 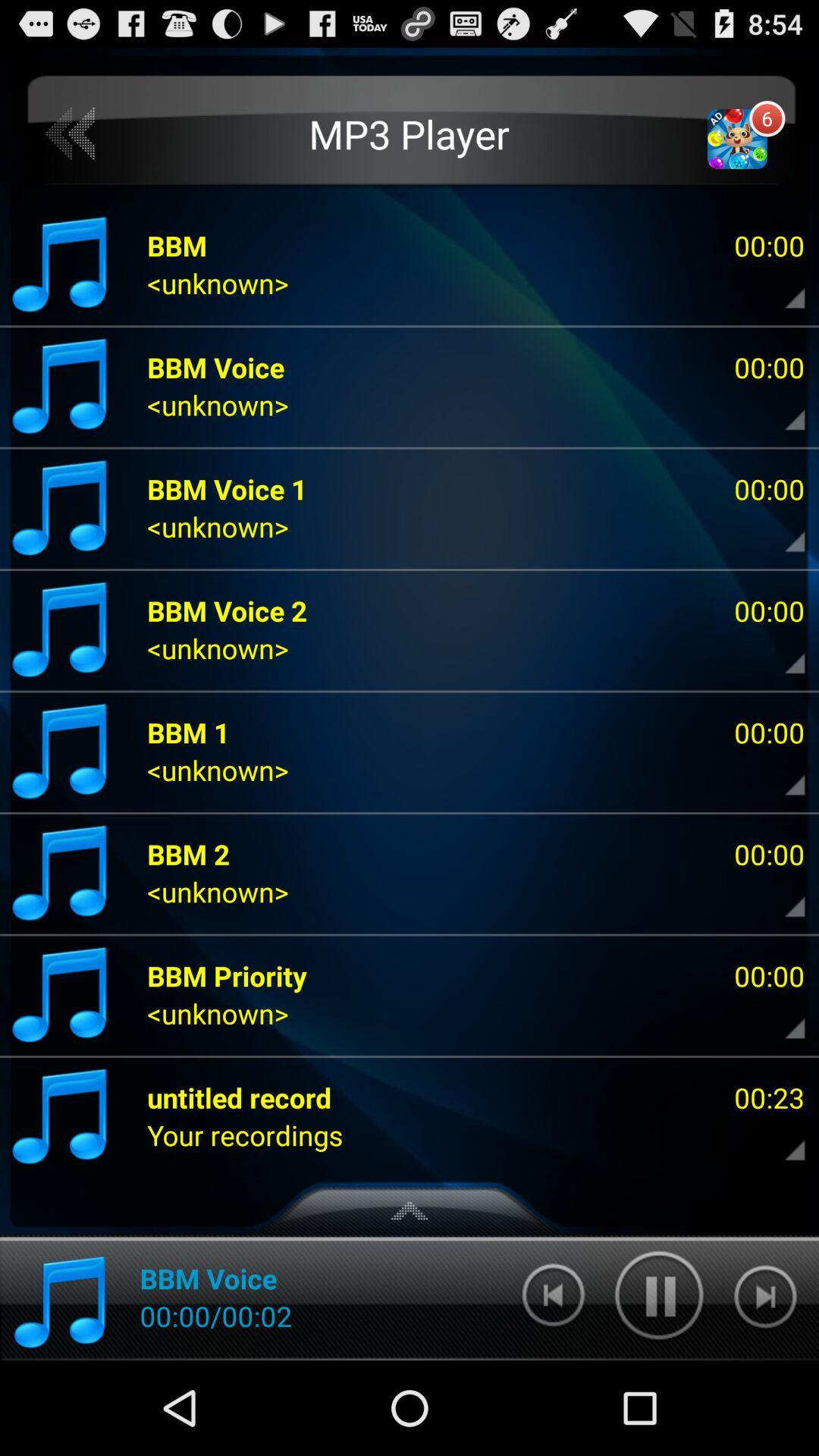 I want to click on the skip_previous icon, so click(x=553, y=1386).